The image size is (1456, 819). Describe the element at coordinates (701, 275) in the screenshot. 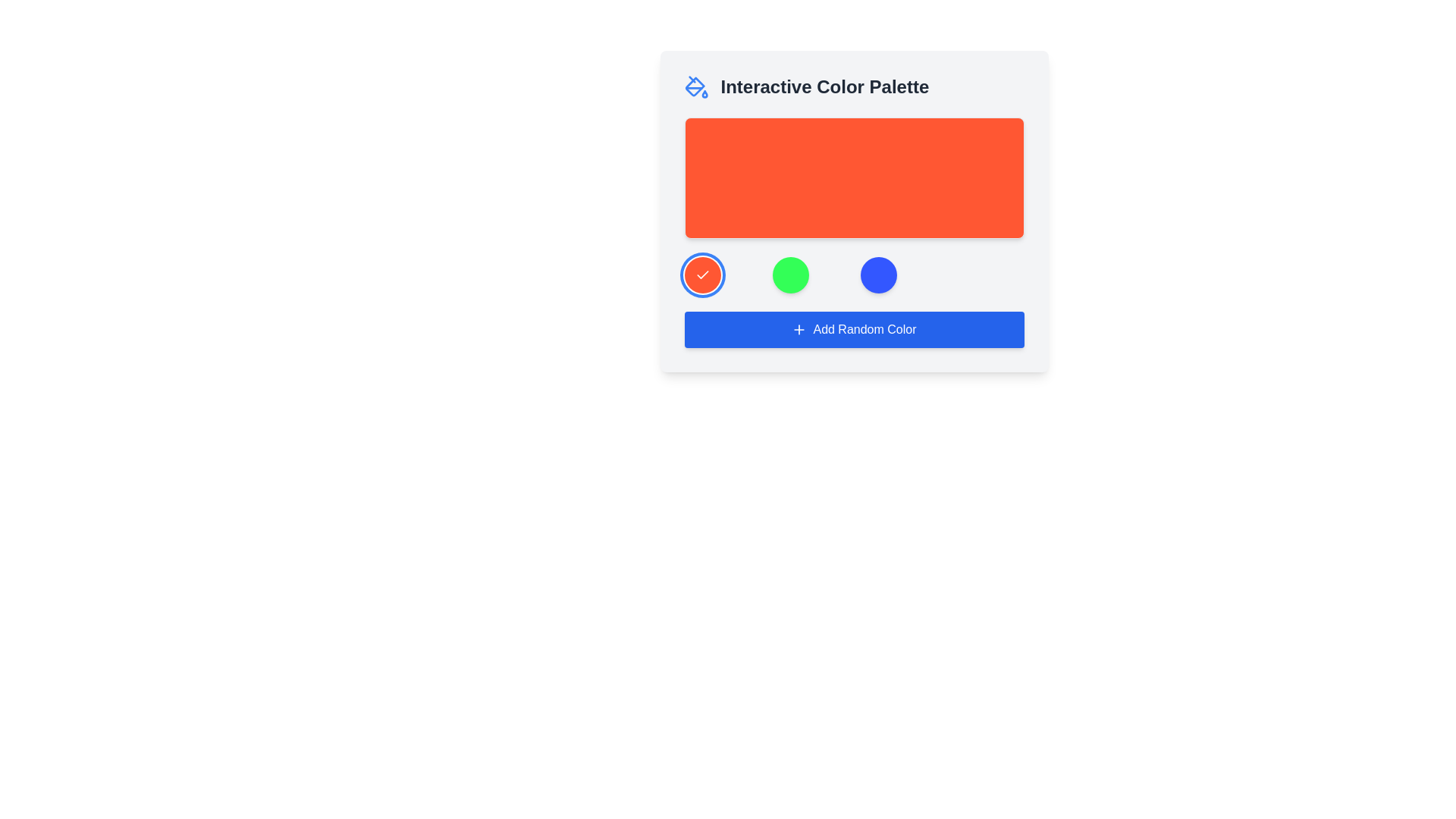

I see `the circular button with a bright orange background and a white checkmark icon` at that location.